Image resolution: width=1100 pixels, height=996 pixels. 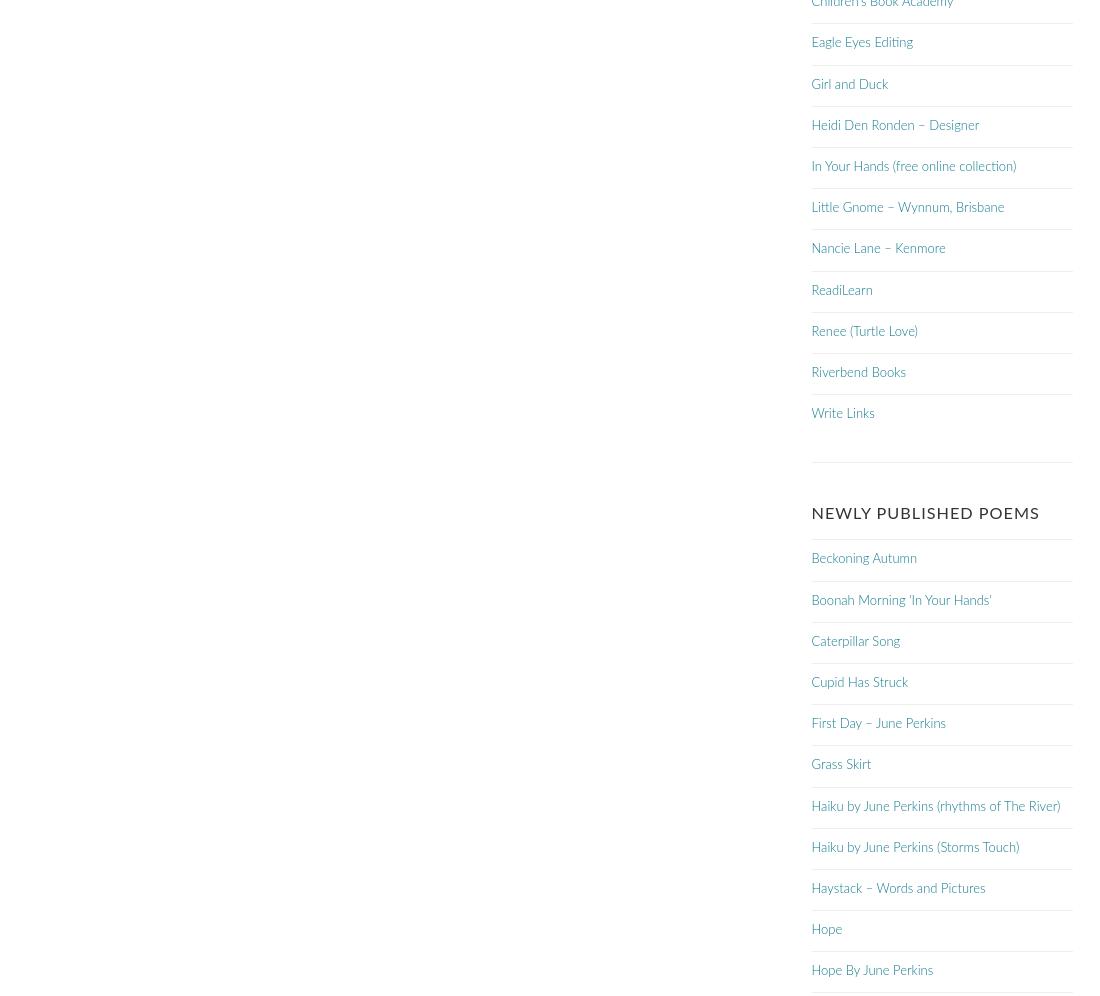 What do you see at coordinates (913, 167) in the screenshot?
I see `'In Your Hands (free online collection)'` at bounding box center [913, 167].